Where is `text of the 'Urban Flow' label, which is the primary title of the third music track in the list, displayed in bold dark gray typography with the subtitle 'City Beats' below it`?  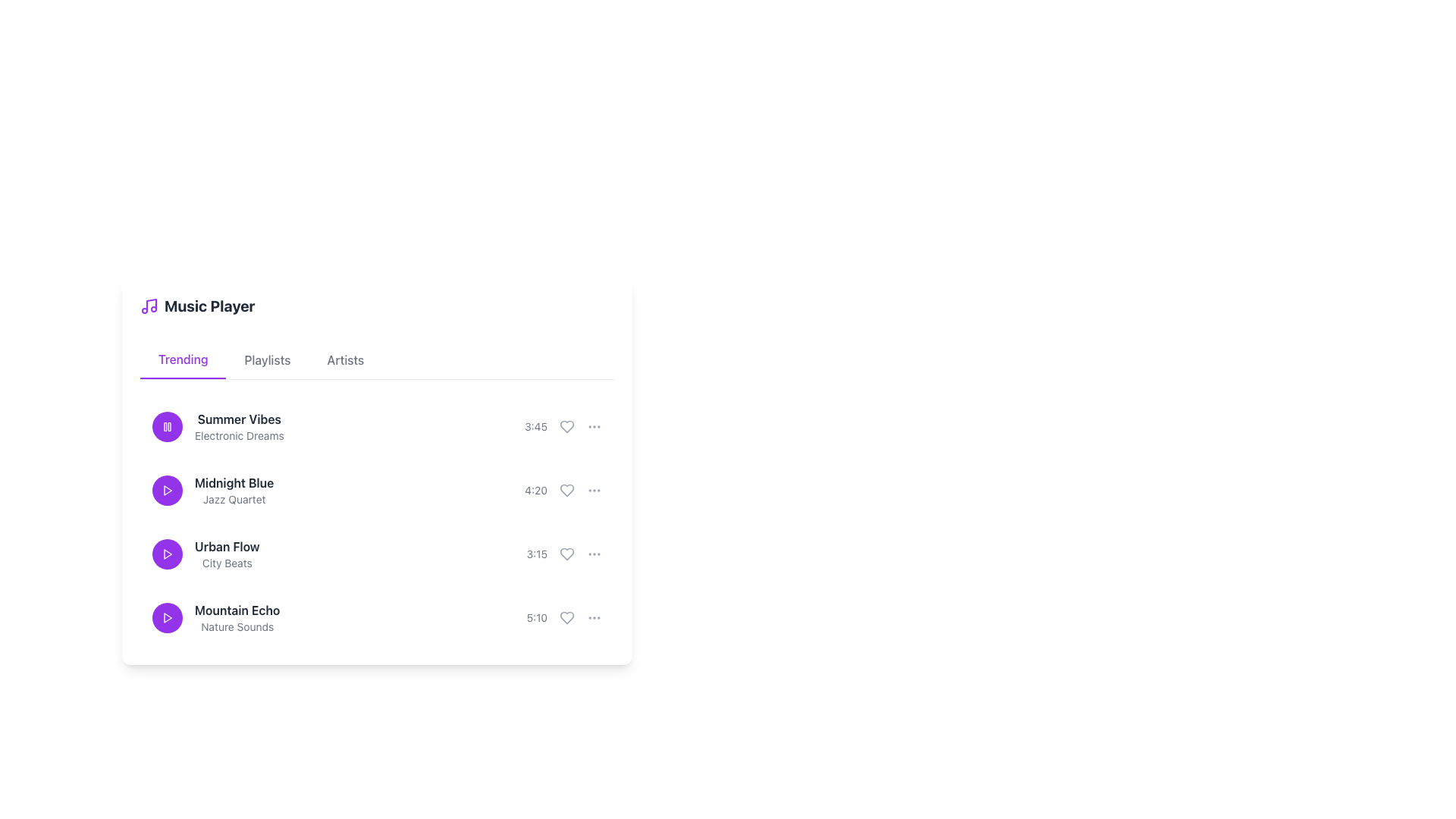
text of the 'Urban Flow' label, which is the primary title of the third music track in the list, displayed in bold dark gray typography with the subtitle 'City Beats' below it is located at coordinates (226, 547).